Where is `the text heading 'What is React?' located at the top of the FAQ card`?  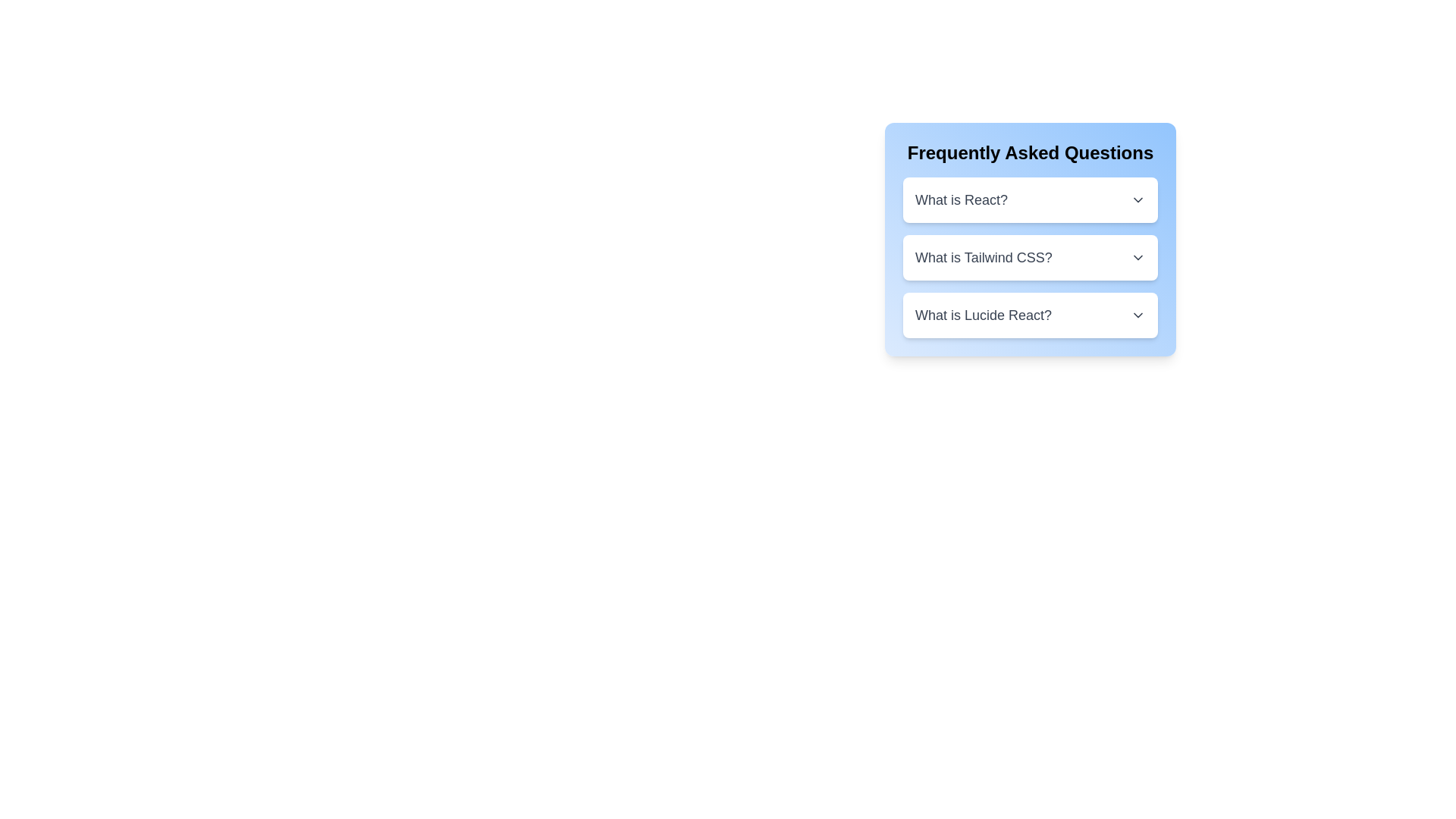 the text heading 'What is React?' located at the top of the FAQ card is located at coordinates (960, 199).